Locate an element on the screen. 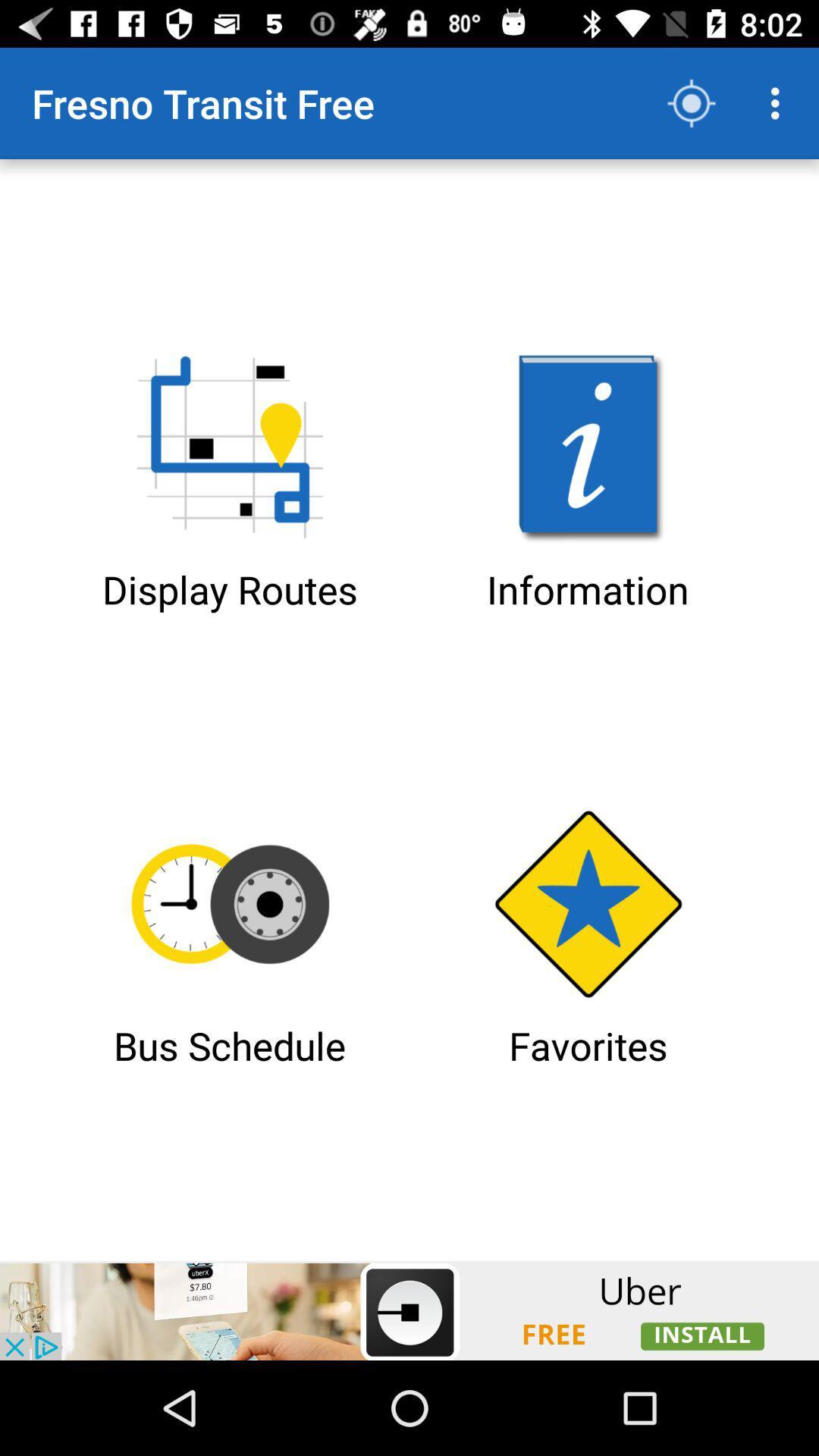  advertisement is located at coordinates (409, 1310).